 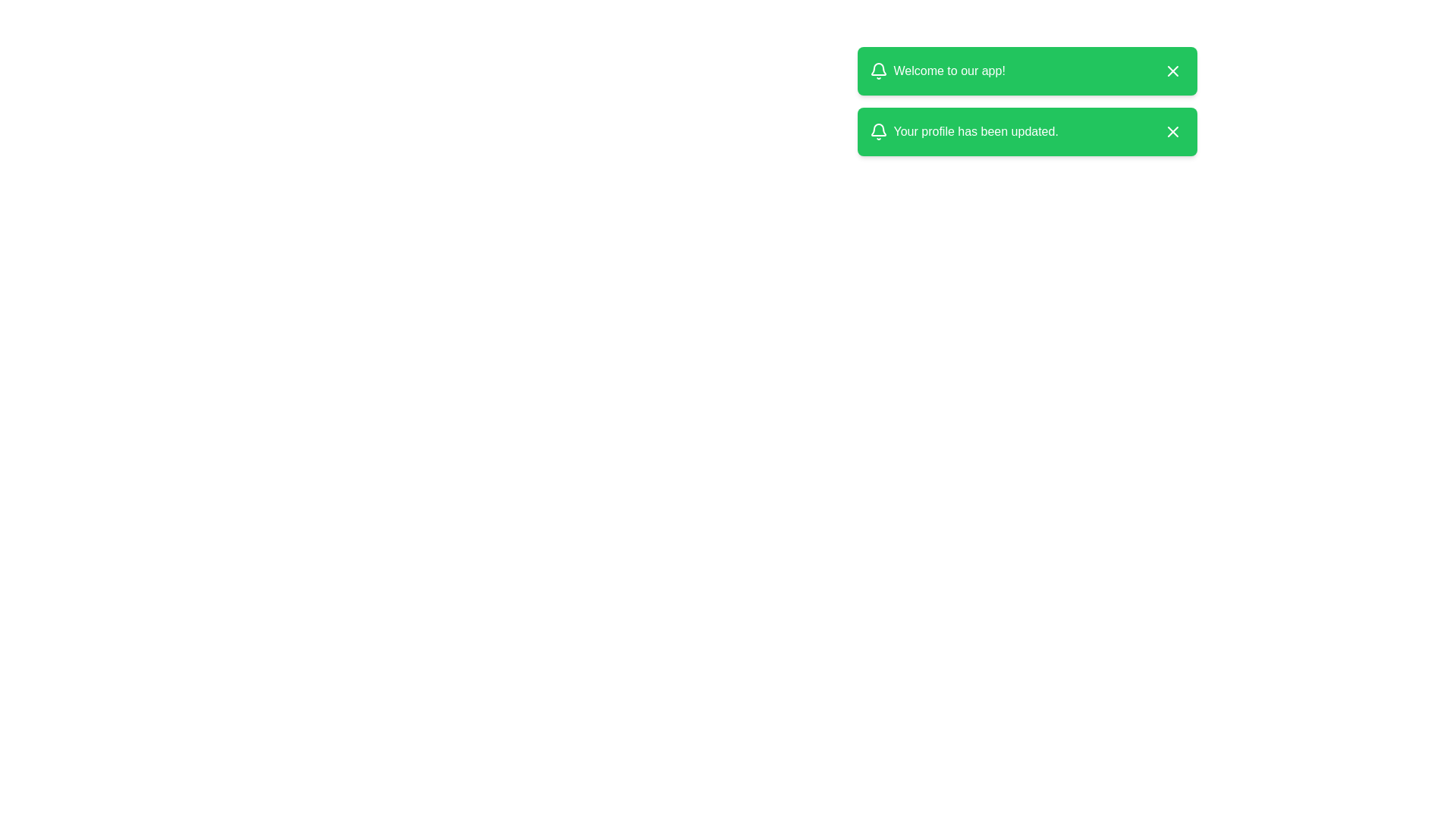 What do you see at coordinates (1172, 130) in the screenshot?
I see `the Close Button (Icon) located at the top right corner of the second green notification bar, which is positioned to the right of the message 'Your profile has been updated.'` at bounding box center [1172, 130].